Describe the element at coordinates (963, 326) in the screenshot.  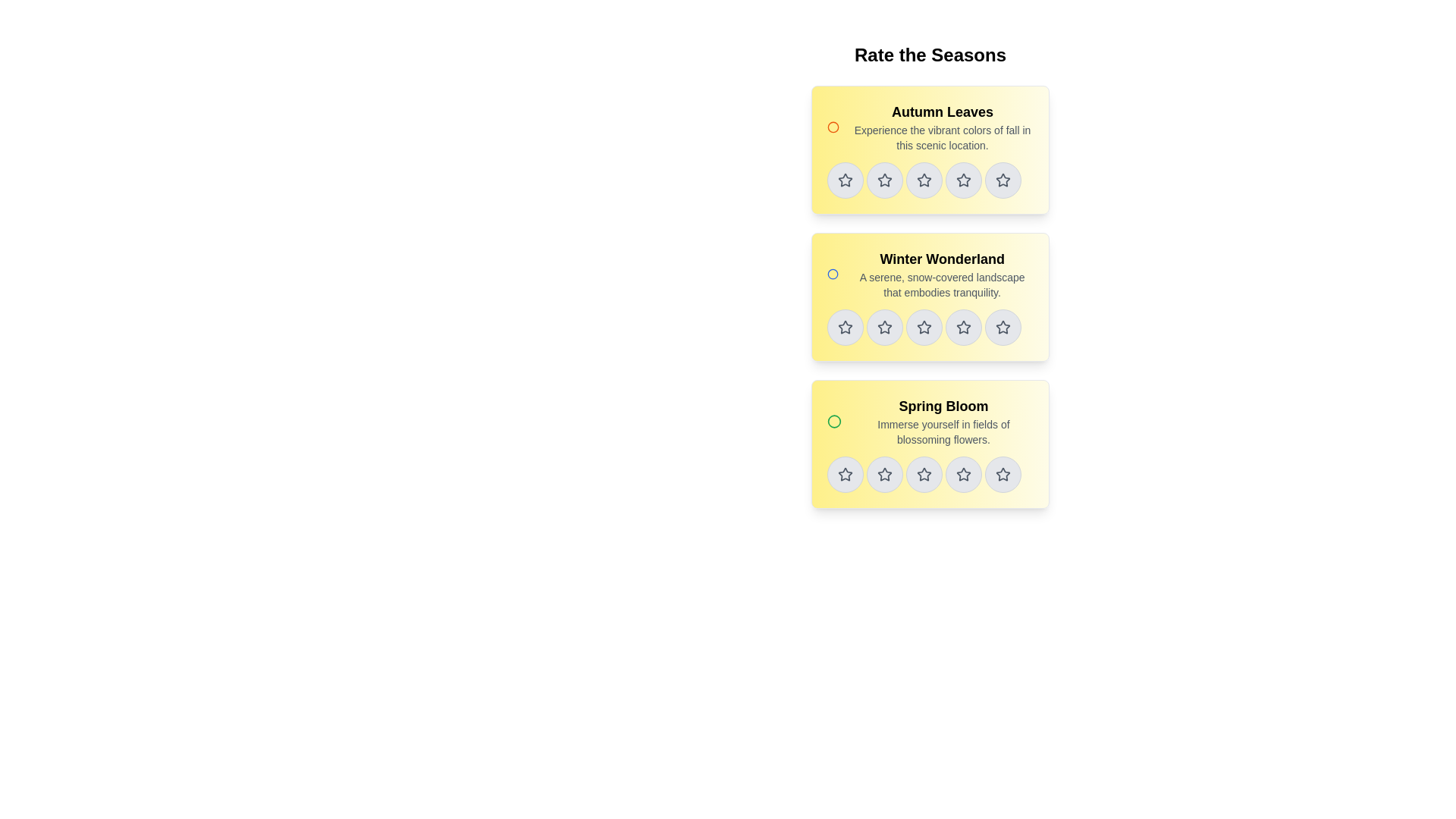
I see `the fourth star in the star rating control under 'Winter Wonderland'` at that location.